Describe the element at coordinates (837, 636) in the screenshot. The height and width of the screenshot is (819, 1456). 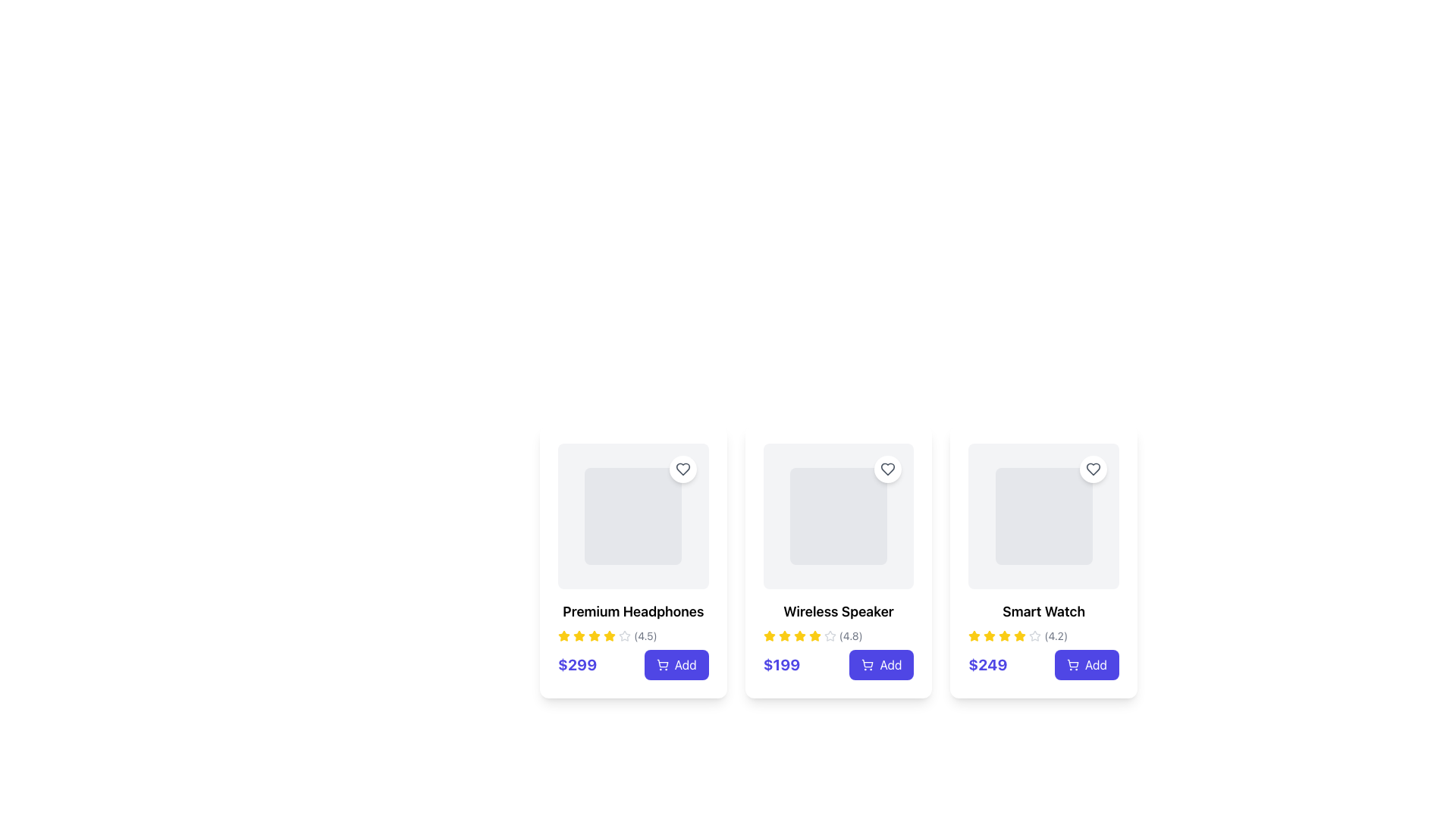
I see `the Visual Indicator - Rating Component for the 'Wireless Speaker', which is located in the second card from the left, below the item name and above the price` at that location.